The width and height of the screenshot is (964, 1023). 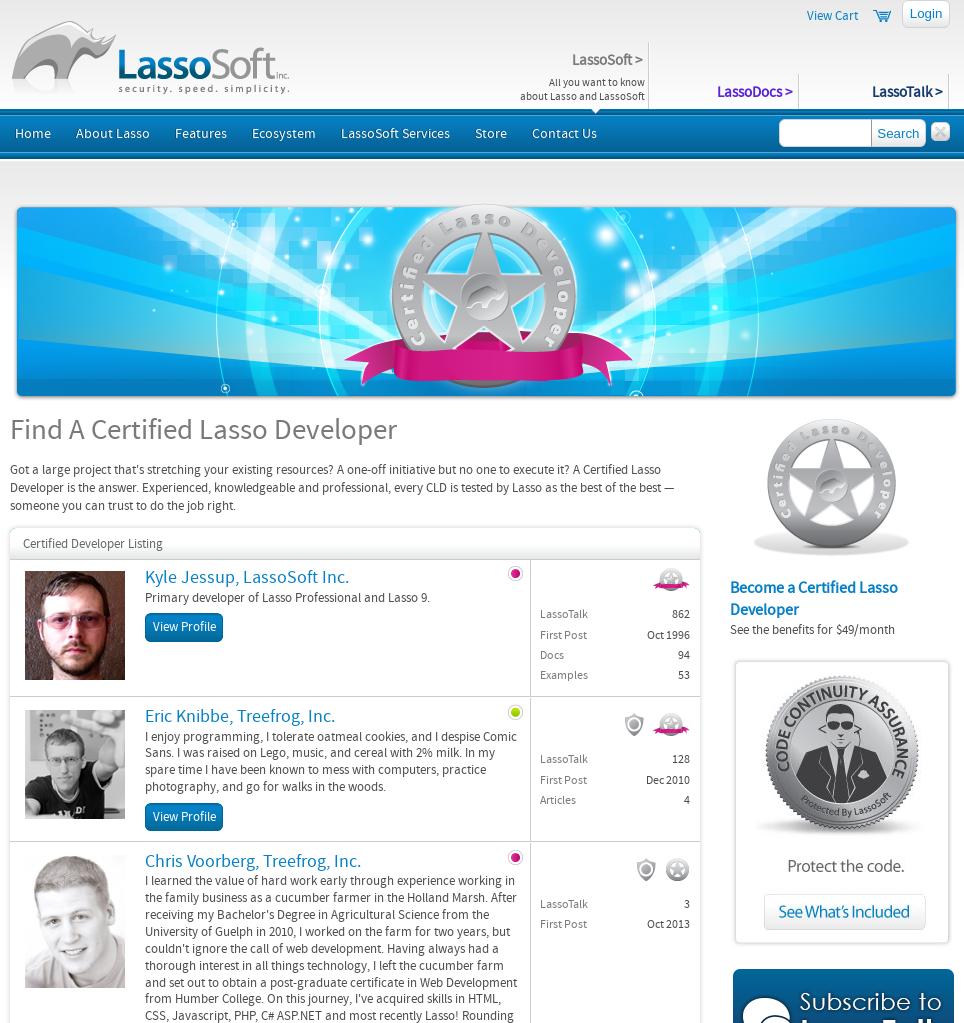 What do you see at coordinates (31, 133) in the screenshot?
I see `'Home'` at bounding box center [31, 133].